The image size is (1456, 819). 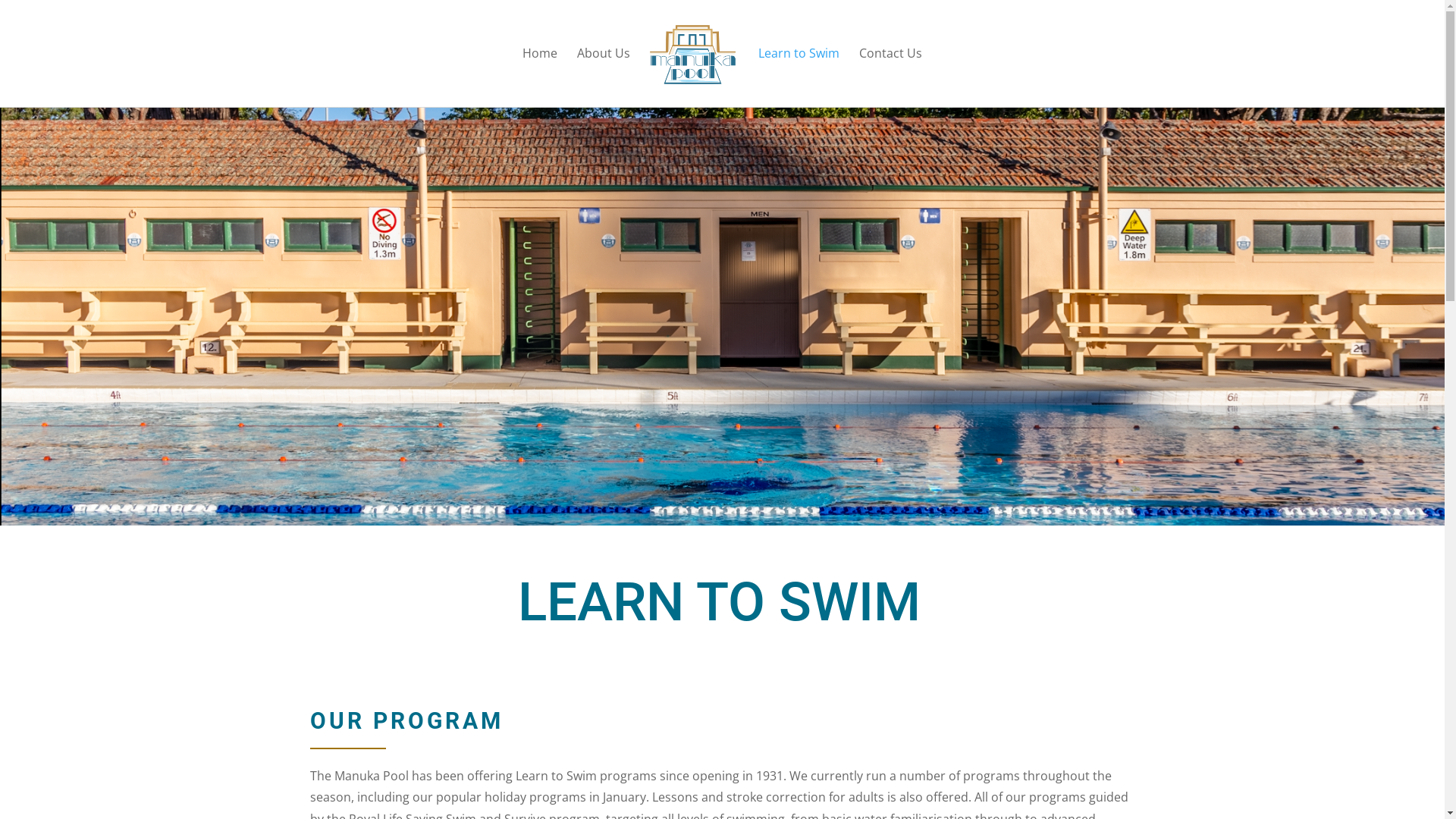 What do you see at coordinates (603, 77) in the screenshot?
I see `'About Us'` at bounding box center [603, 77].